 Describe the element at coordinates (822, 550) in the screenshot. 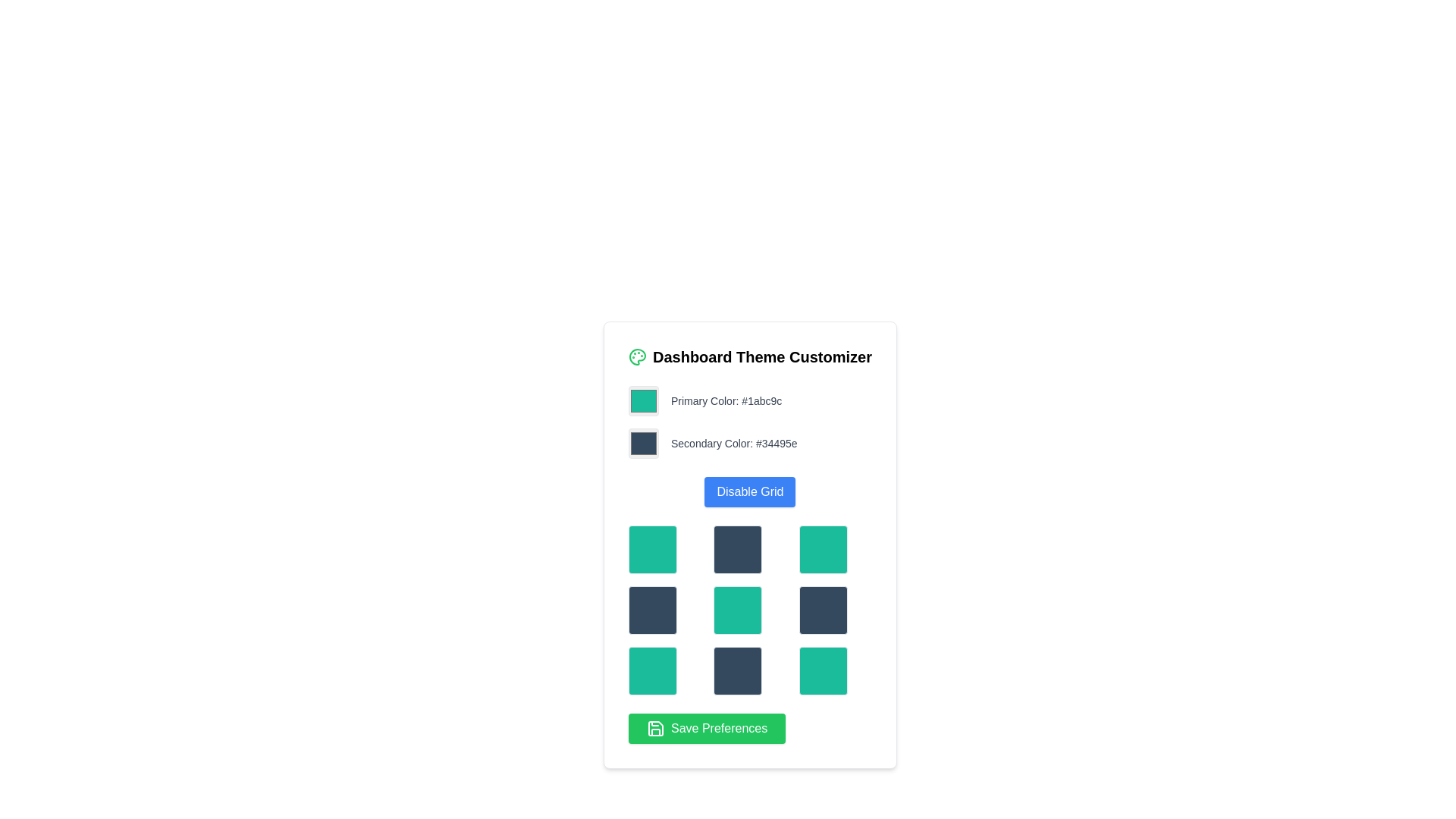

I see `the third tile in the topmost row of a 3x3 grid layout, which serves as a decorative tile and is non-interactive` at that location.